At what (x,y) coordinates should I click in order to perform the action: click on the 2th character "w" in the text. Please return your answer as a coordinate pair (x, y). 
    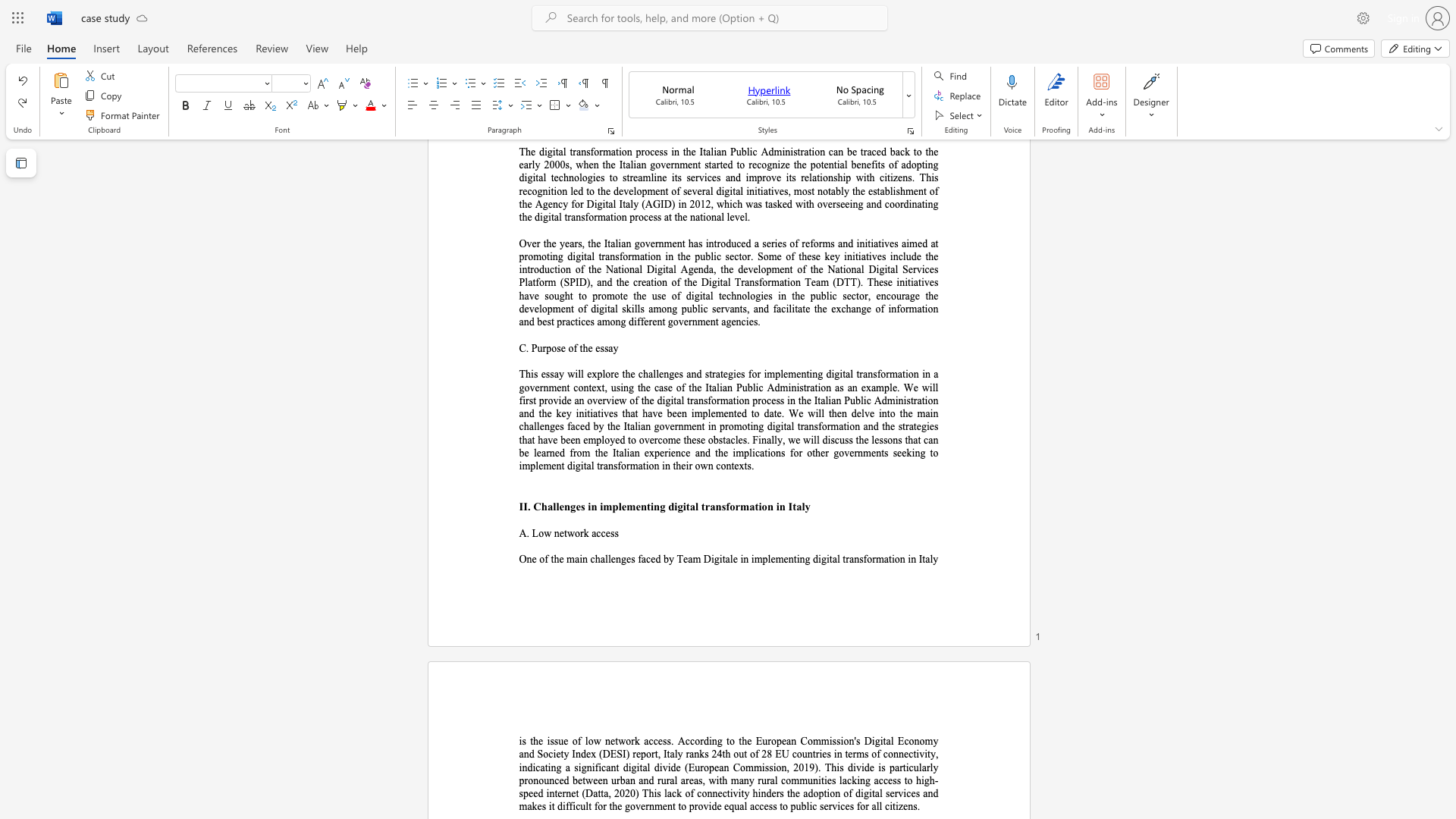
    Looking at the image, I should click on (570, 532).